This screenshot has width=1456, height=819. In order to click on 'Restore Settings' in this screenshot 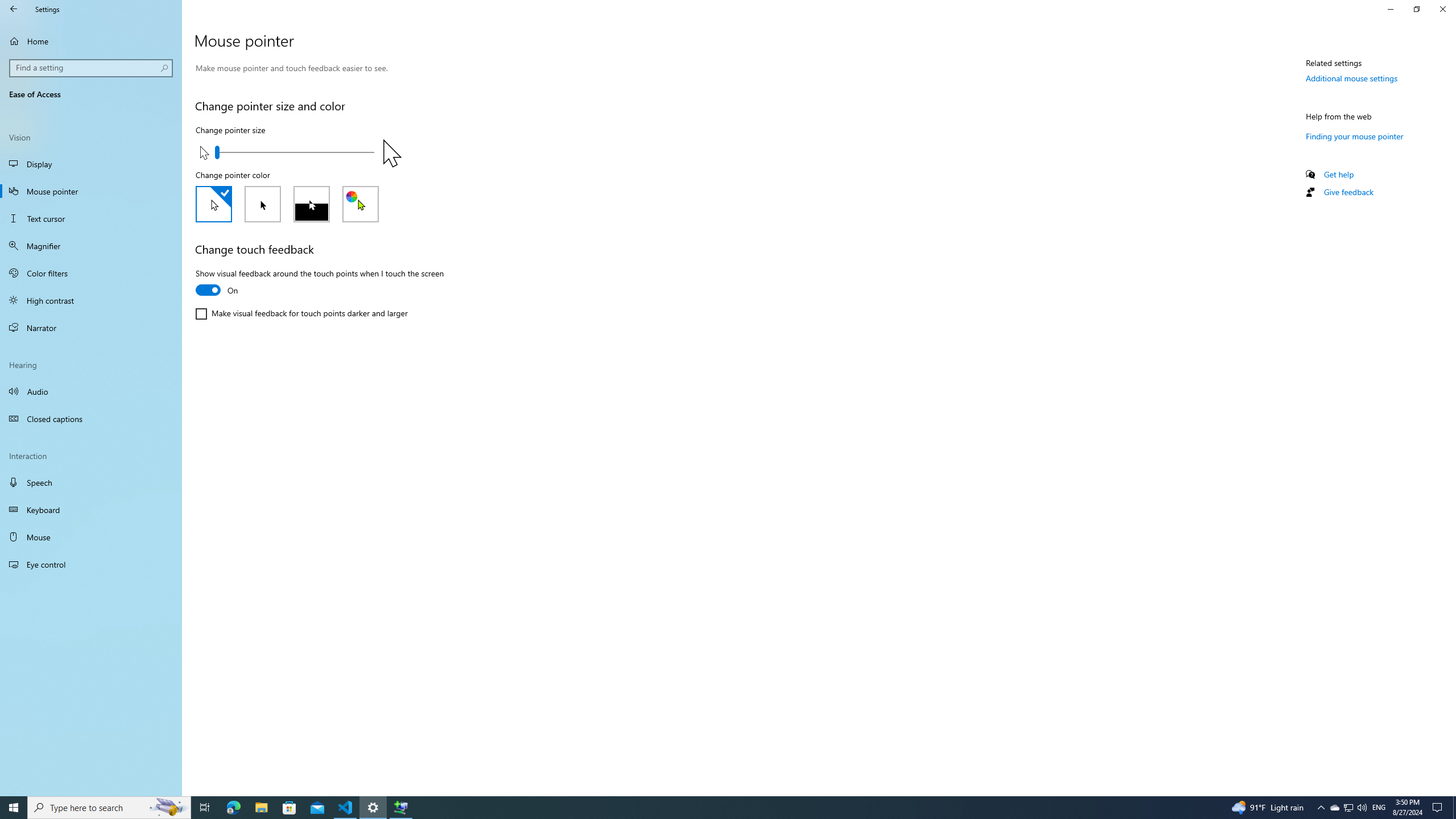, I will do `click(1416, 9)`.